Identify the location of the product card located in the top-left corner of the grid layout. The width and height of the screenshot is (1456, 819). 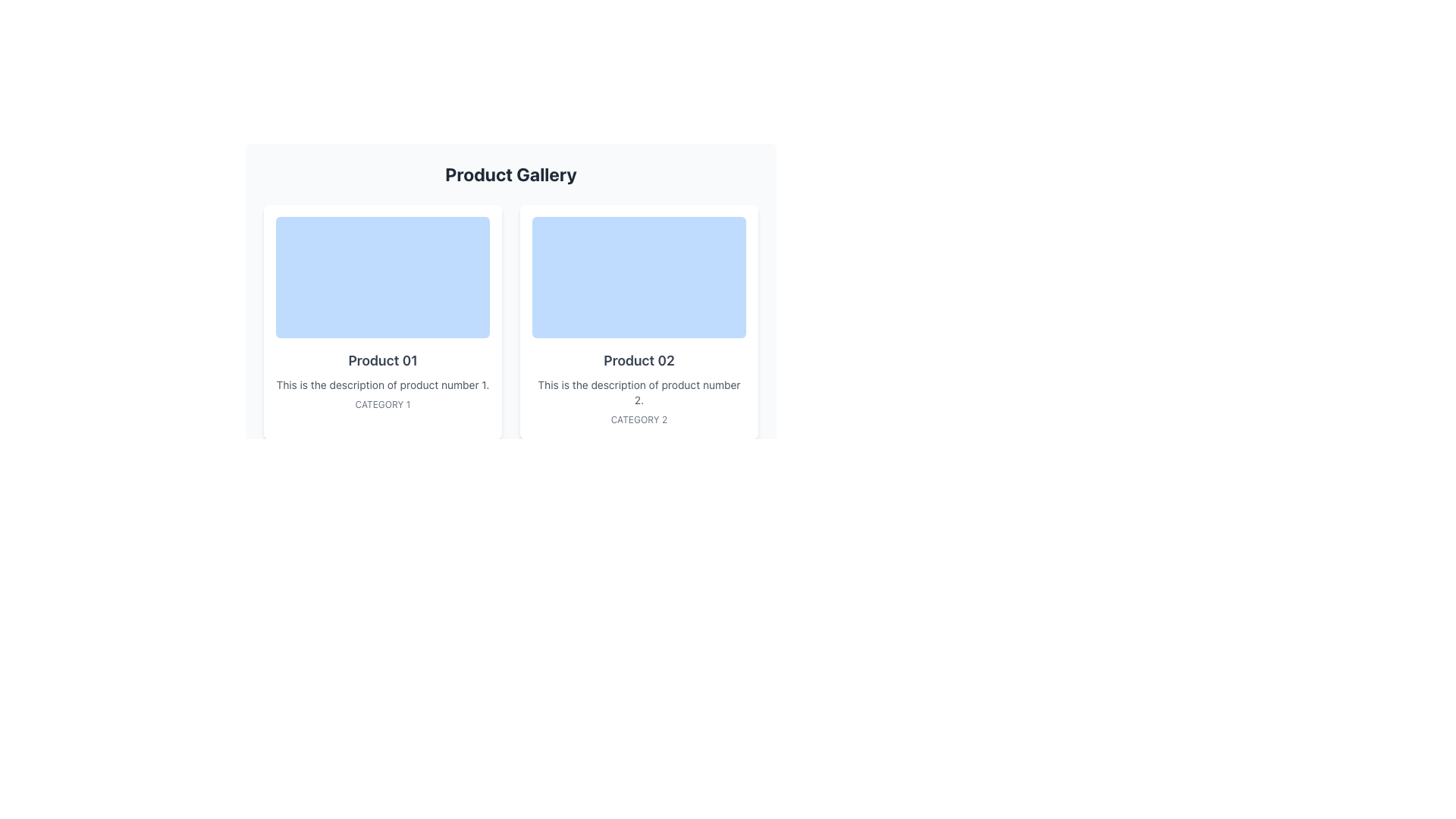
(382, 321).